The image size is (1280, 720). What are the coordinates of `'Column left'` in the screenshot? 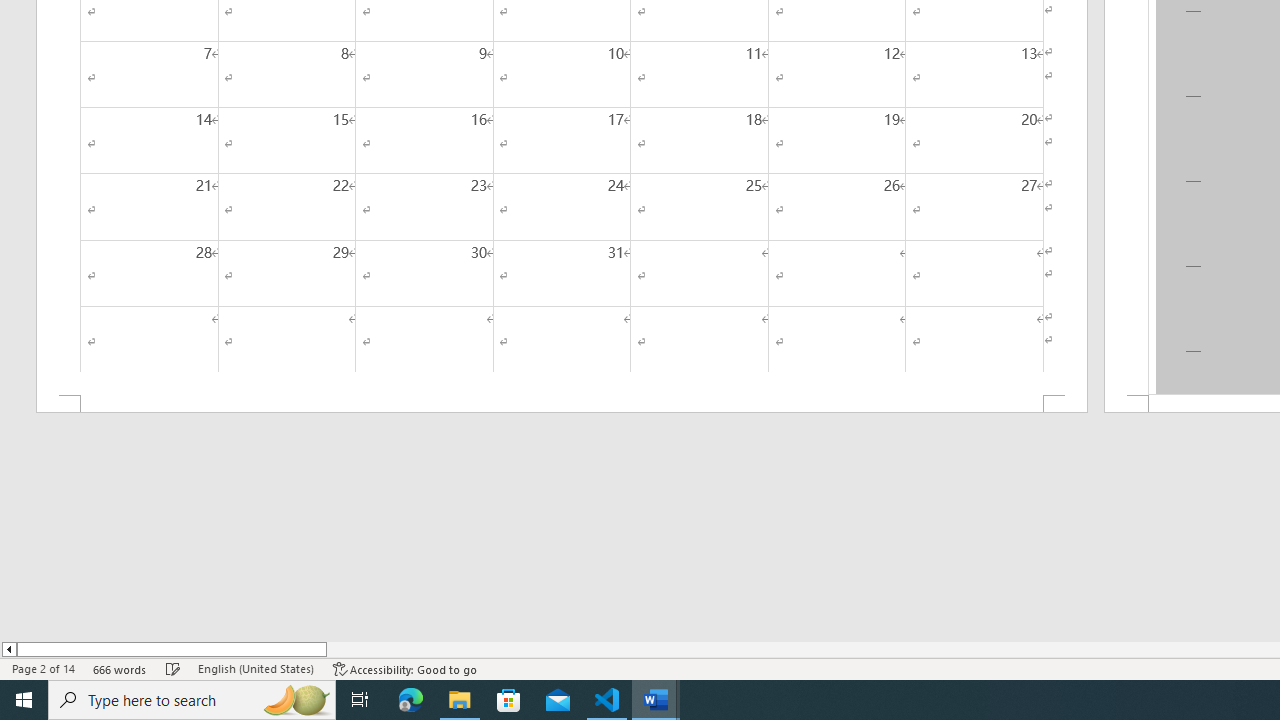 It's located at (8, 649).